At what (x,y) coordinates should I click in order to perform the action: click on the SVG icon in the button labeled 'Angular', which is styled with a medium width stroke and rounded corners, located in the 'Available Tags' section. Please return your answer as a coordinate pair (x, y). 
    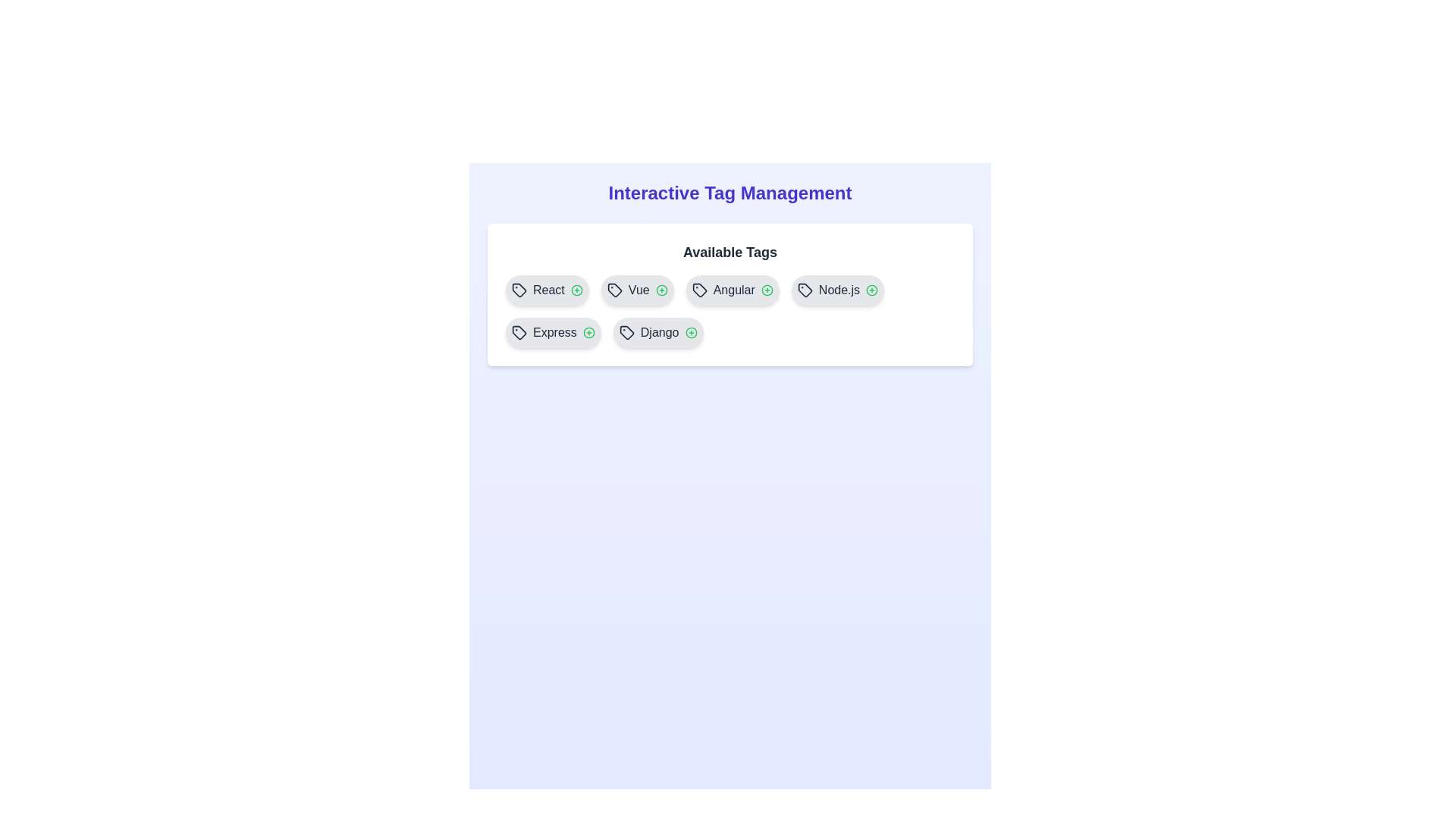
    Looking at the image, I should click on (698, 290).